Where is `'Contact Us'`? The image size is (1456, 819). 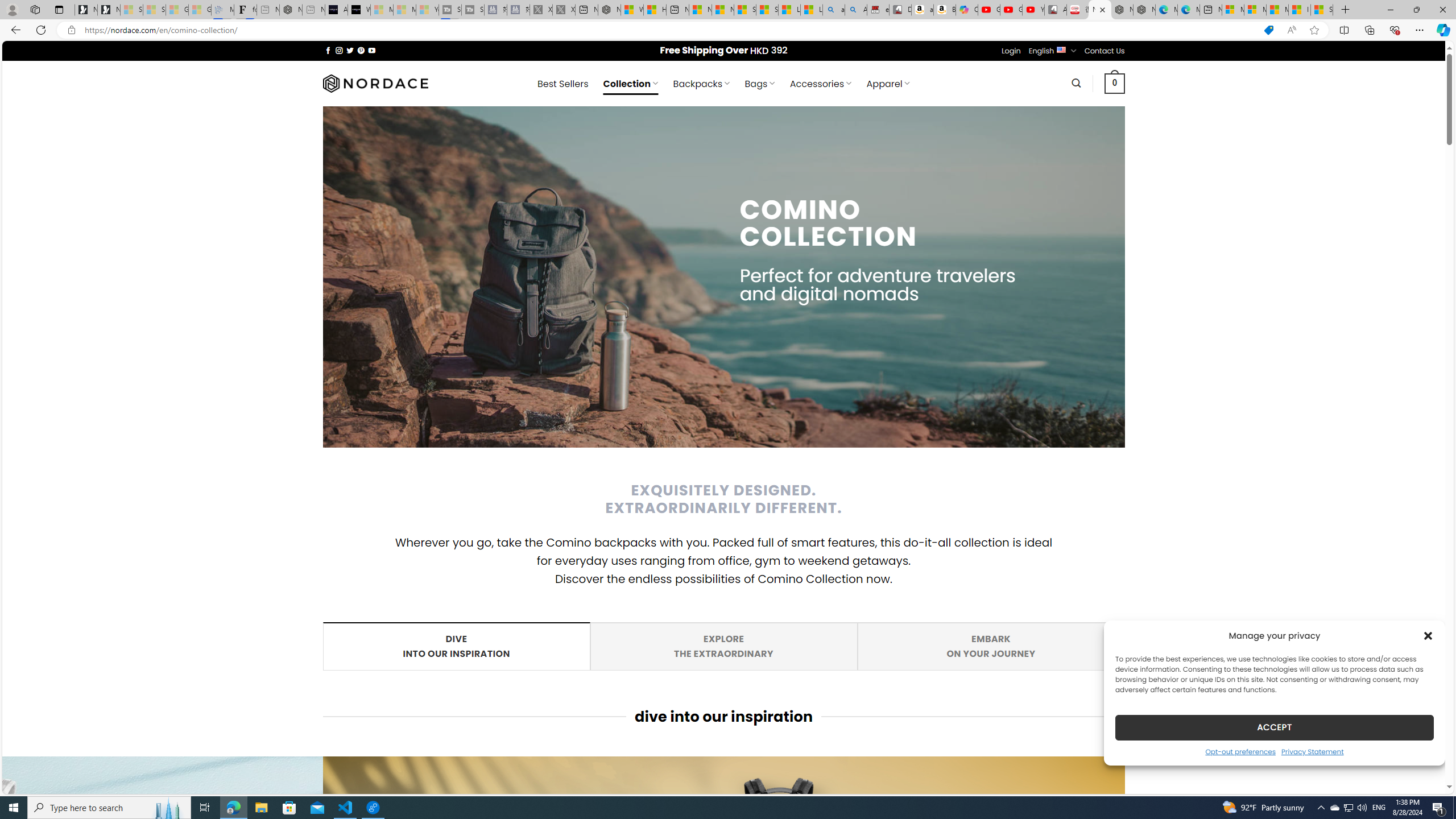 'Contact Us' is located at coordinates (1105, 51).